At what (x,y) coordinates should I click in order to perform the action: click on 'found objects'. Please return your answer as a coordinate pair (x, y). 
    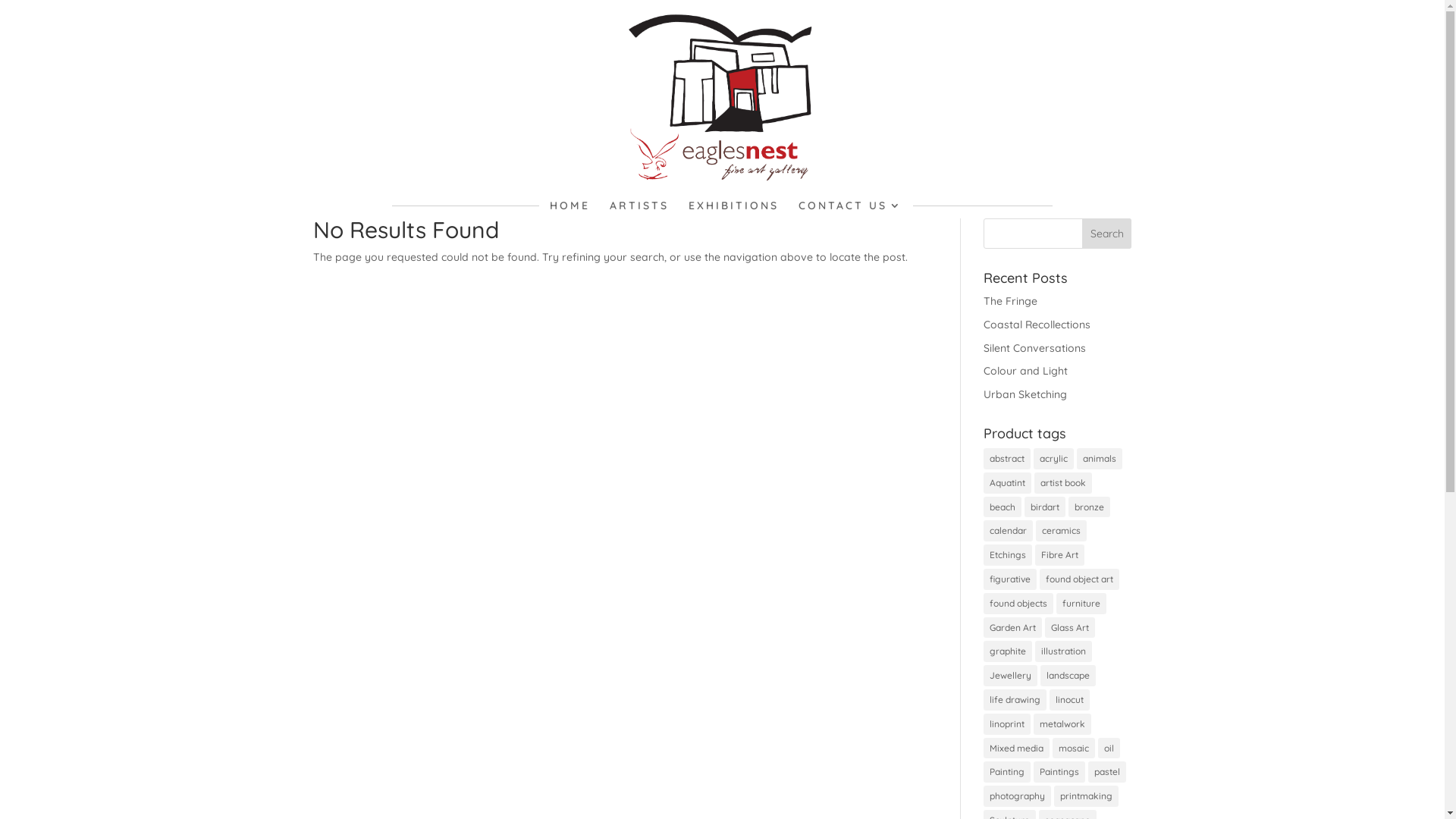
    Looking at the image, I should click on (983, 602).